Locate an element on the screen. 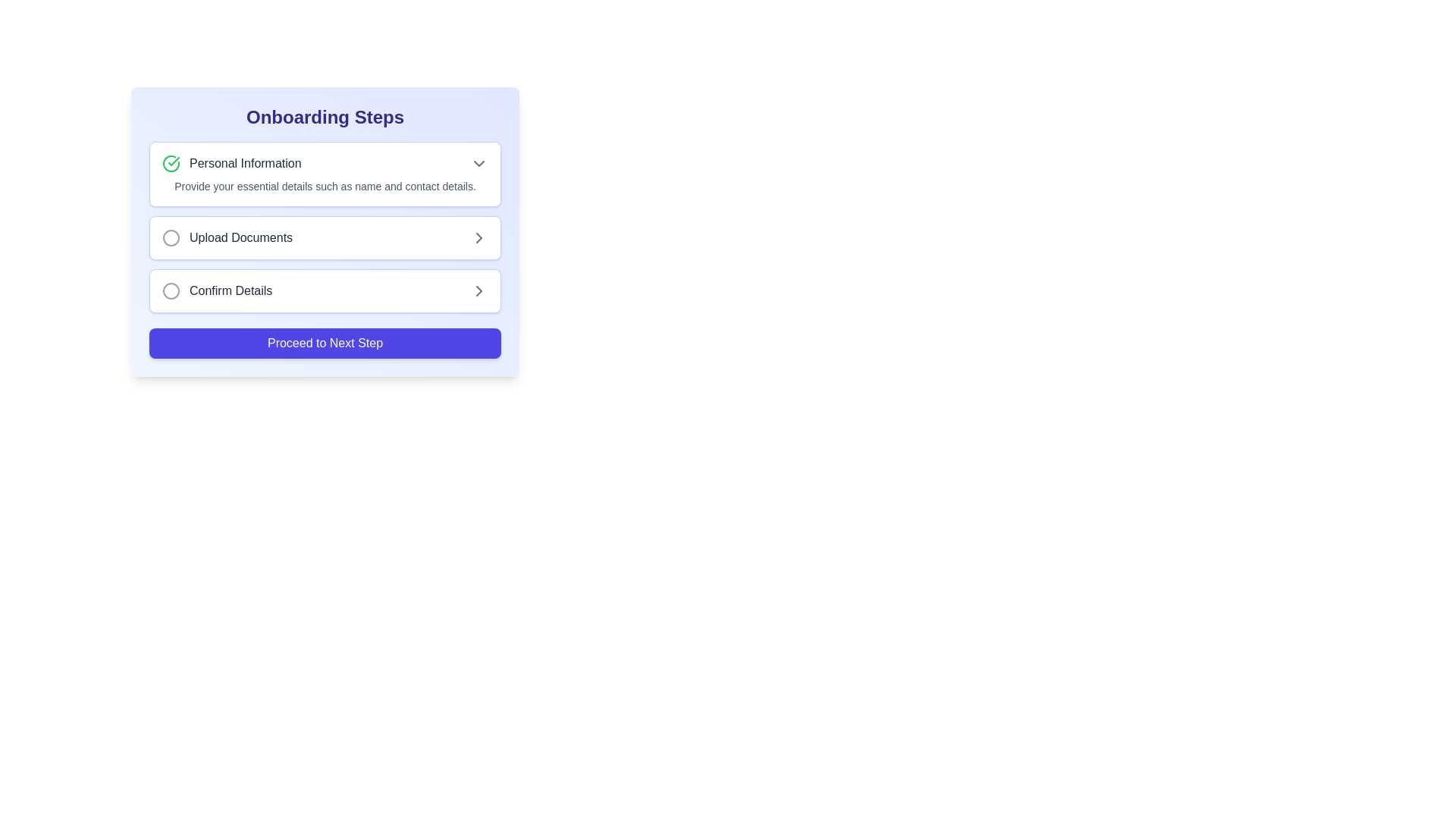  the interactive card labeled 'Confirm Details' is located at coordinates (324, 291).